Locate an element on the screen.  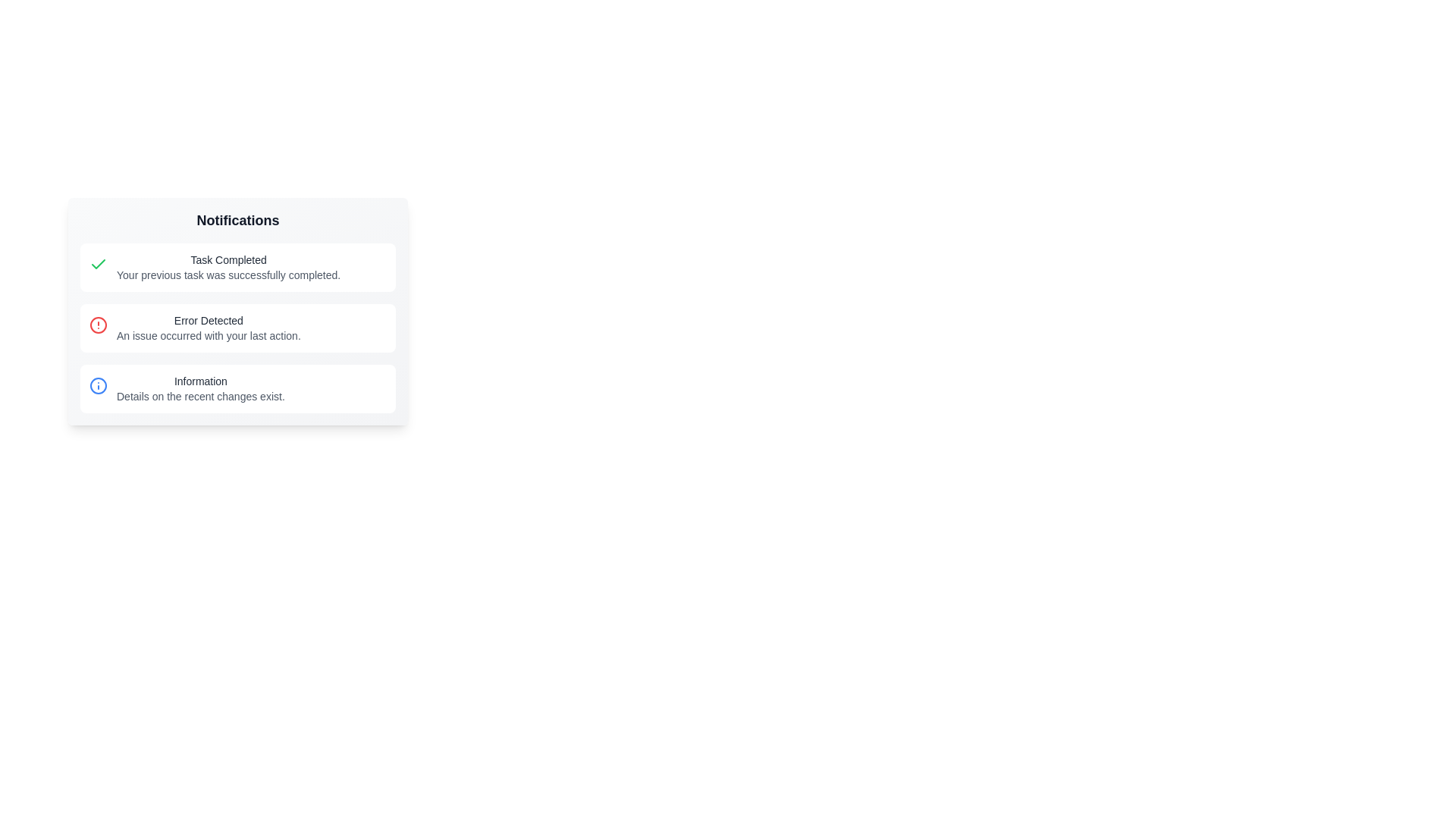
title from the Text Header at the top of the notification card, which serves as the header indicating the content type is located at coordinates (237, 220).